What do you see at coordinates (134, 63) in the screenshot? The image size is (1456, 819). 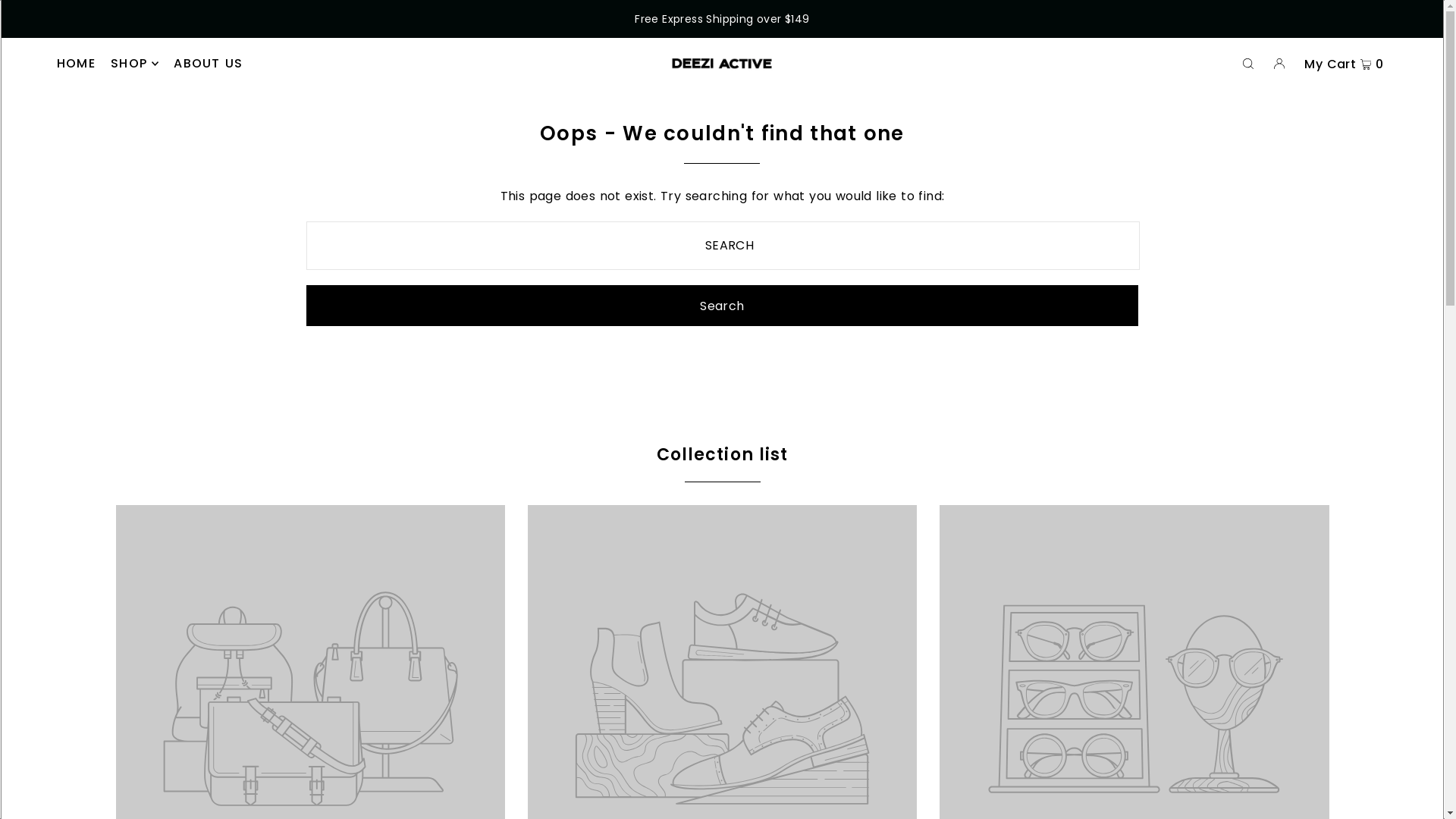 I see `'SHOP'` at bounding box center [134, 63].